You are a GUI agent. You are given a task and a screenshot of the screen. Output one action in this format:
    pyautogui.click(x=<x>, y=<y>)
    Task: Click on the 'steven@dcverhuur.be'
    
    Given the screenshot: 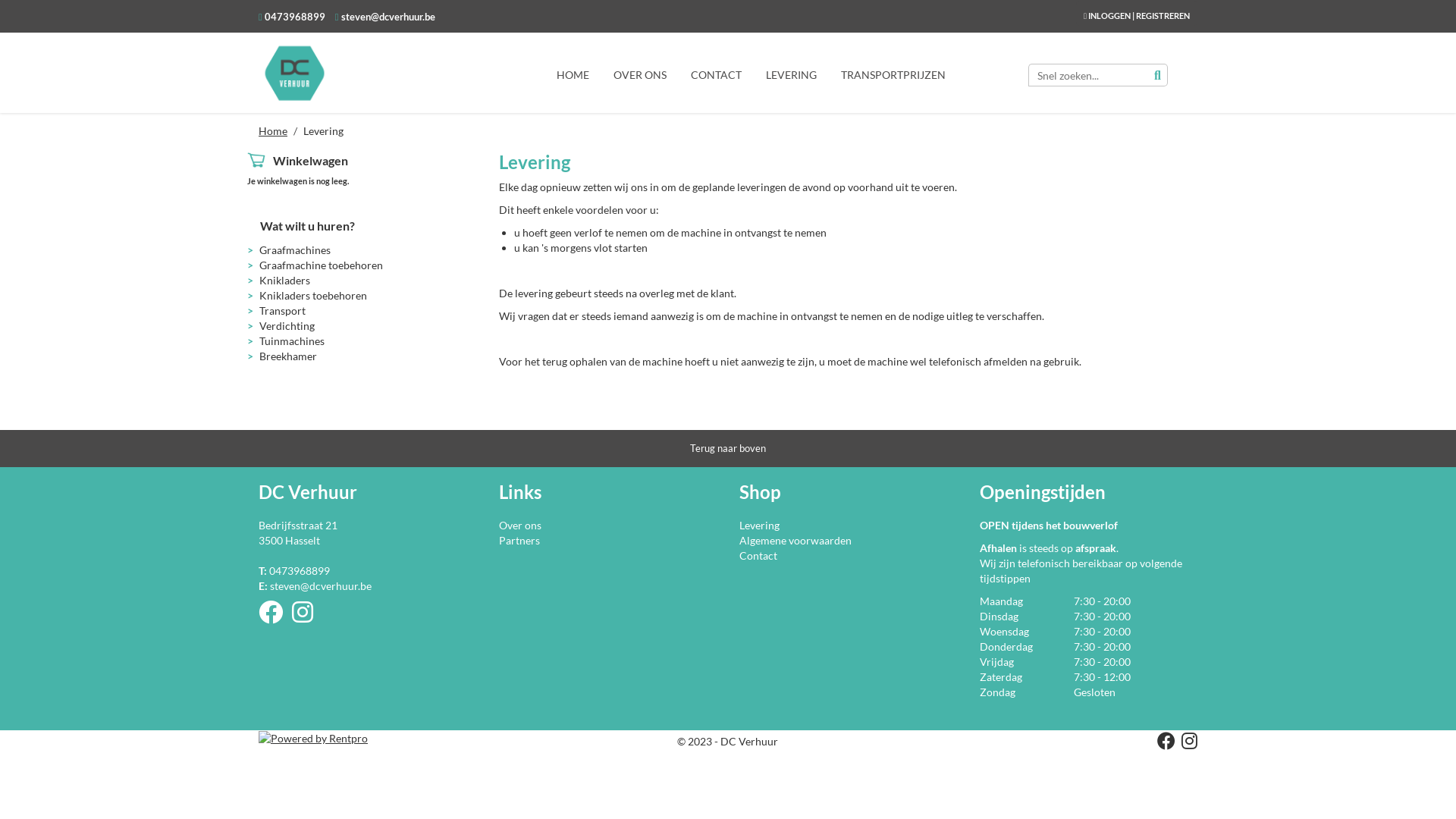 What is the action you would take?
    pyautogui.click(x=386, y=17)
    